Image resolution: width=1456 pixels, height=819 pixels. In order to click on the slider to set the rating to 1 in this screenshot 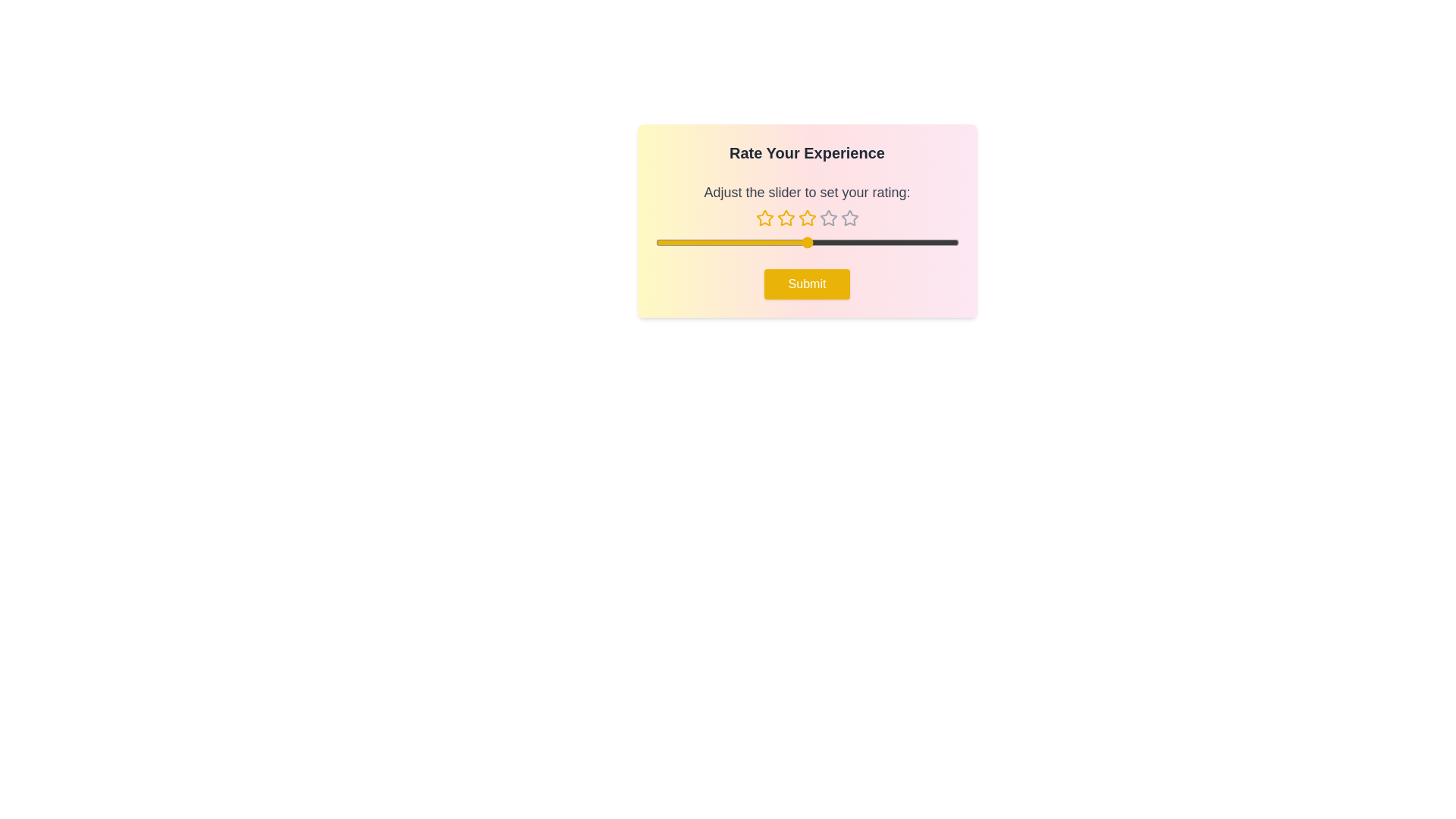, I will do `click(655, 242)`.